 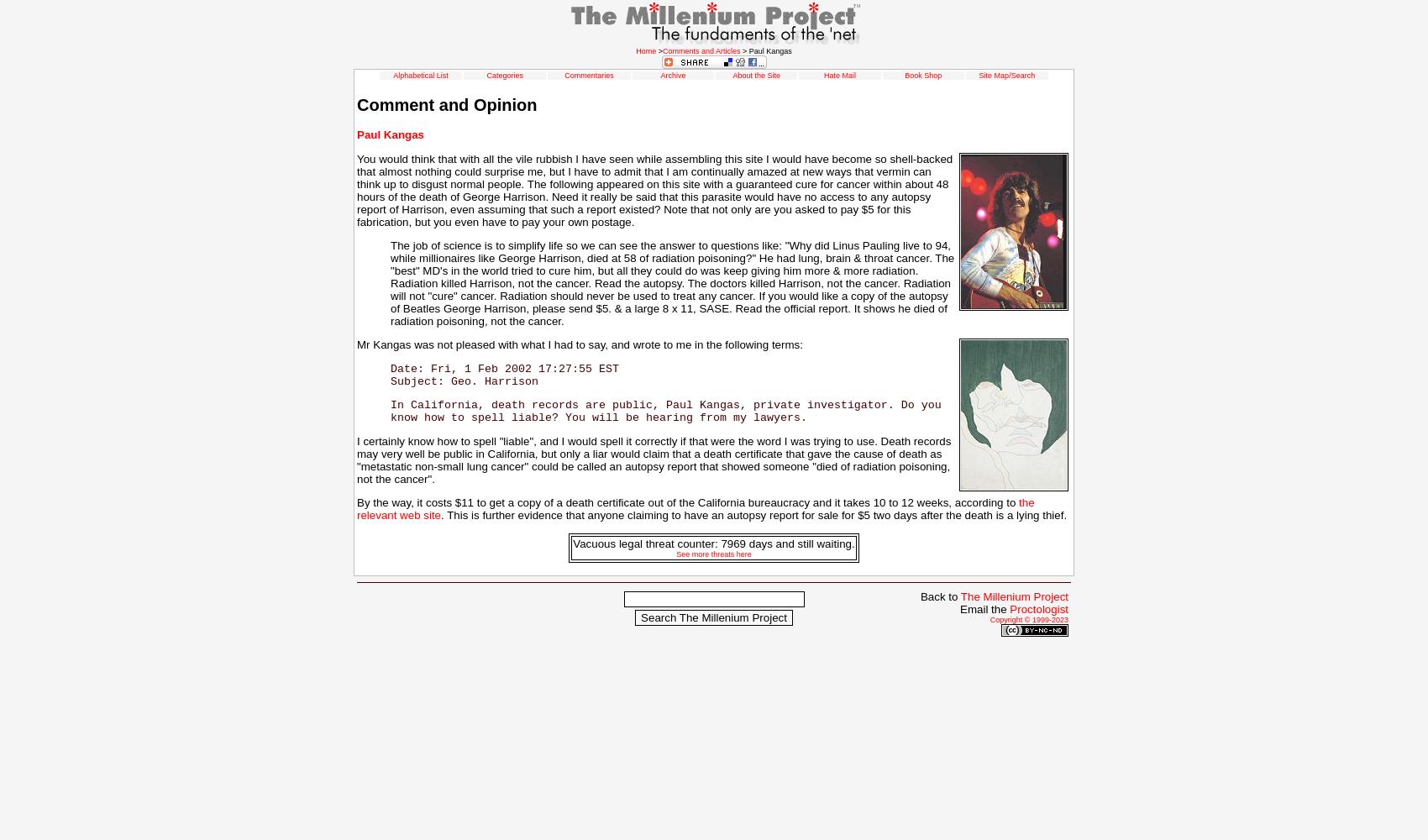 What do you see at coordinates (390, 134) in the screenshot?
I see `'Paul Kangas'` at bounding box center [390, 134].